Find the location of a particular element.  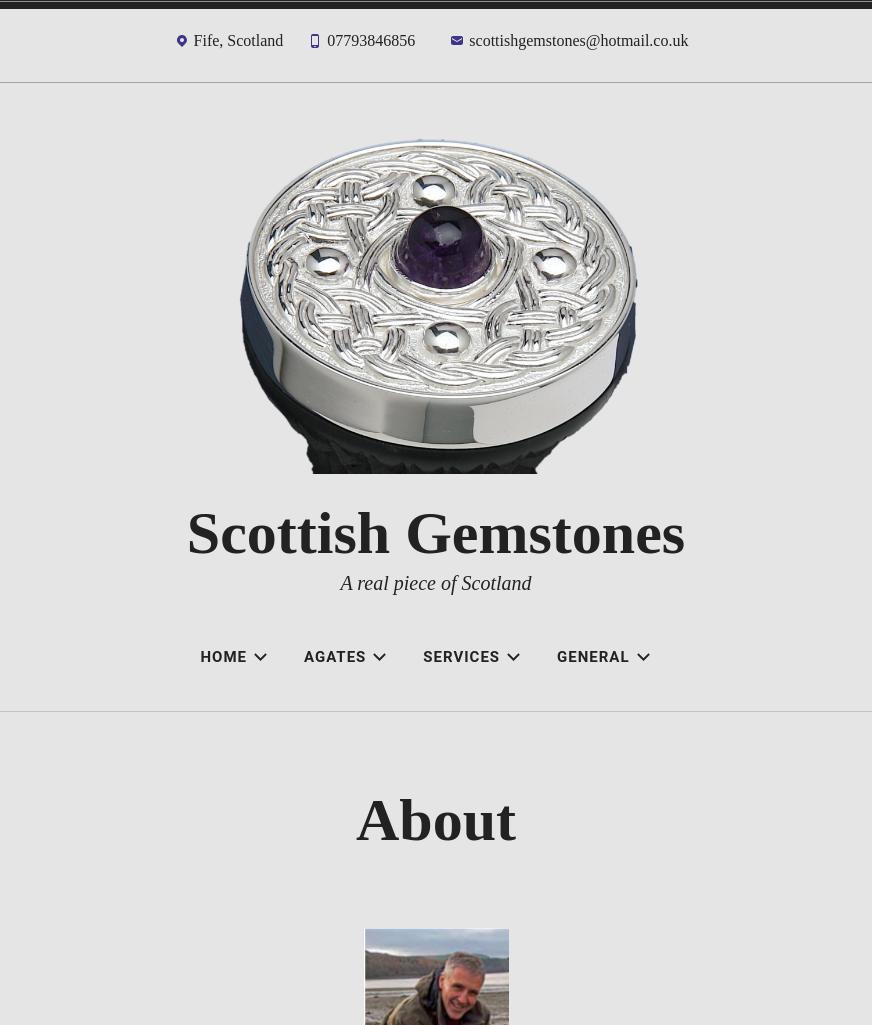

'Home' is located at coordinates (221, 656).